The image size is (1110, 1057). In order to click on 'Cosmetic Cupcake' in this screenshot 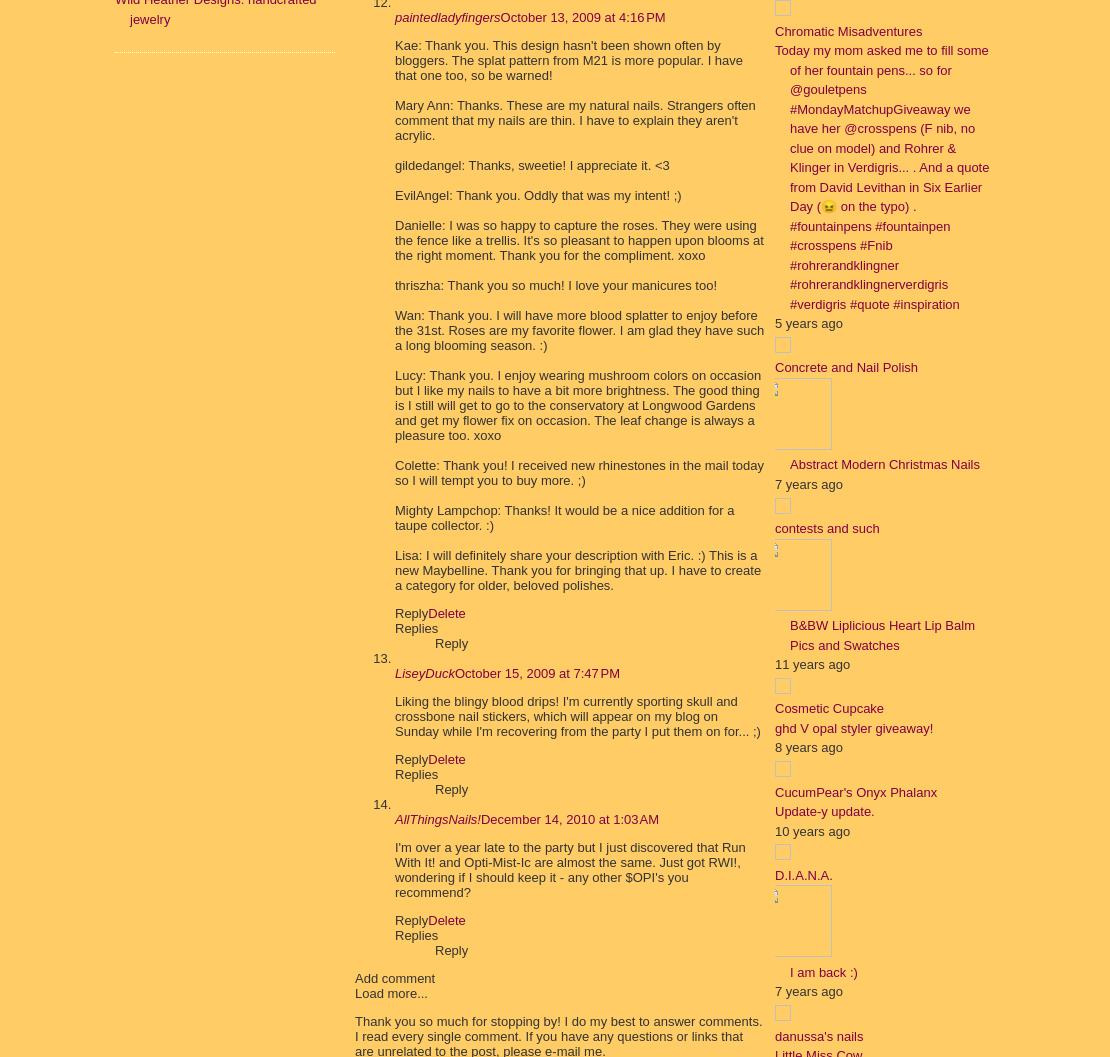, I will do `click(774, 707)`.